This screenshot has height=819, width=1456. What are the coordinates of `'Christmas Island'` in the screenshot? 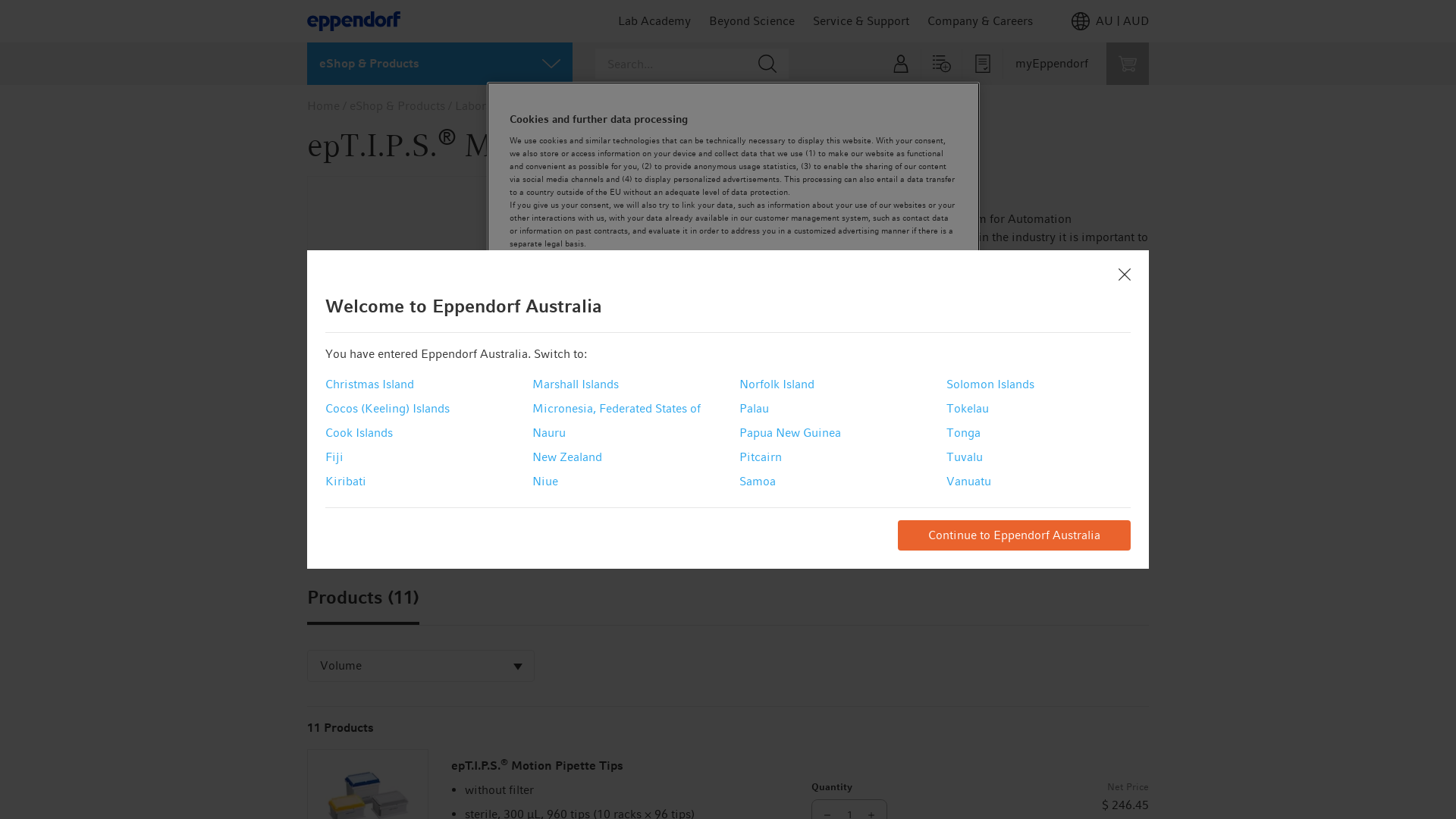 It's located at (369, 383).